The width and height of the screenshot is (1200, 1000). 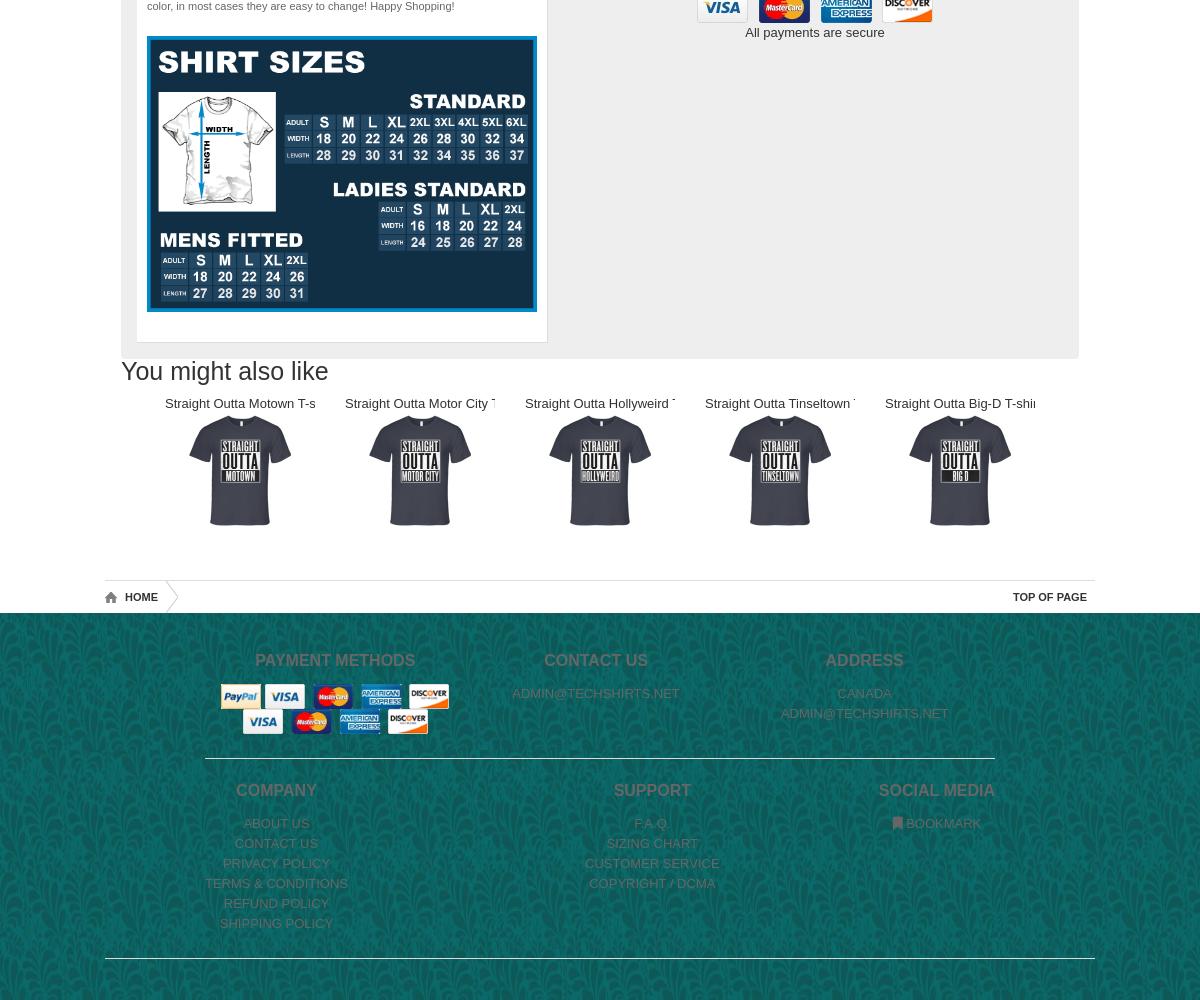 I want to click on 'Refund Policy', so click(x=275, y=903).